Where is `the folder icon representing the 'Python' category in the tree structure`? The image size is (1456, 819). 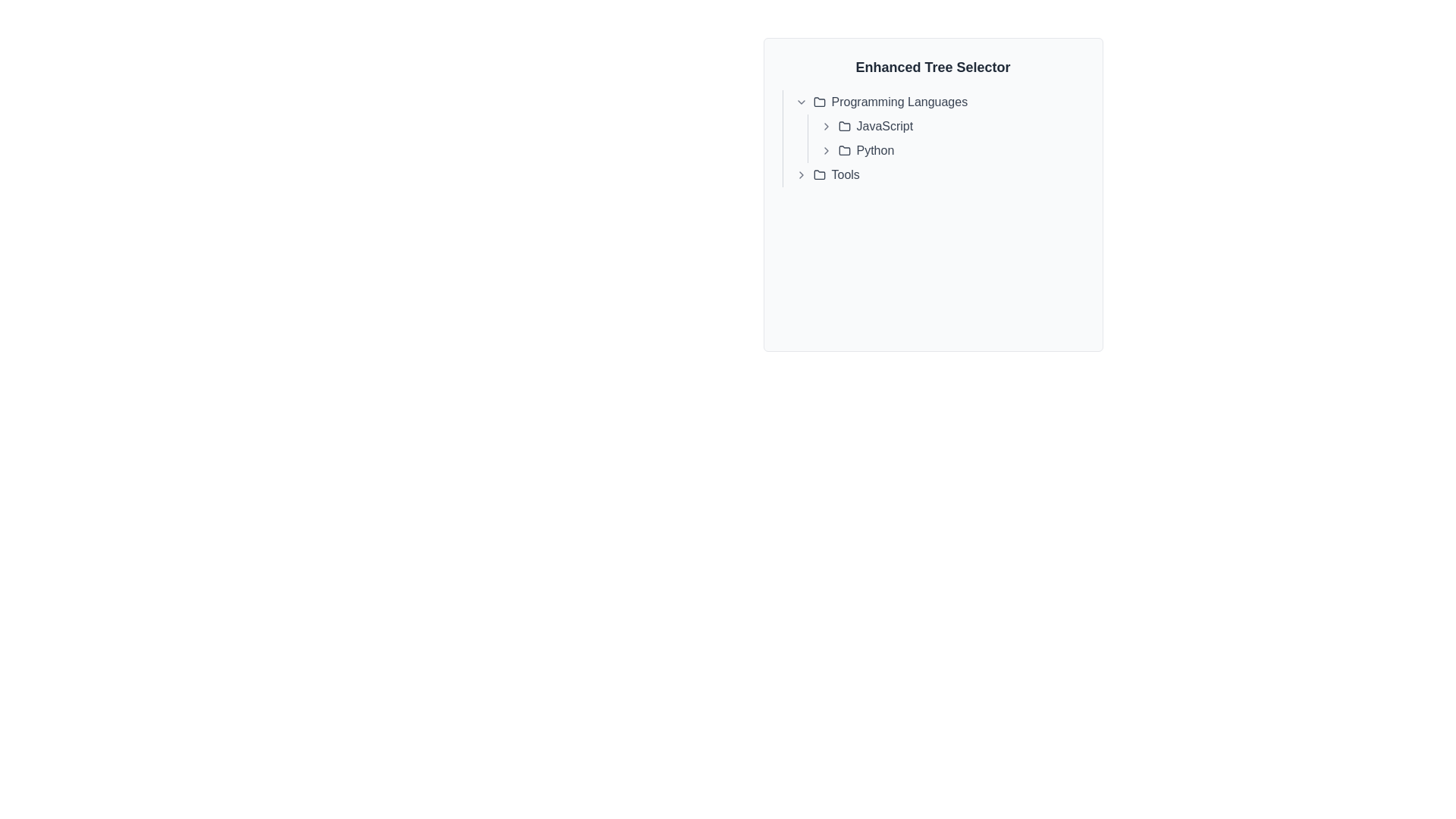 the folder icon representing the 'Python' category in the tree structure is located at coordinates (843, 151).